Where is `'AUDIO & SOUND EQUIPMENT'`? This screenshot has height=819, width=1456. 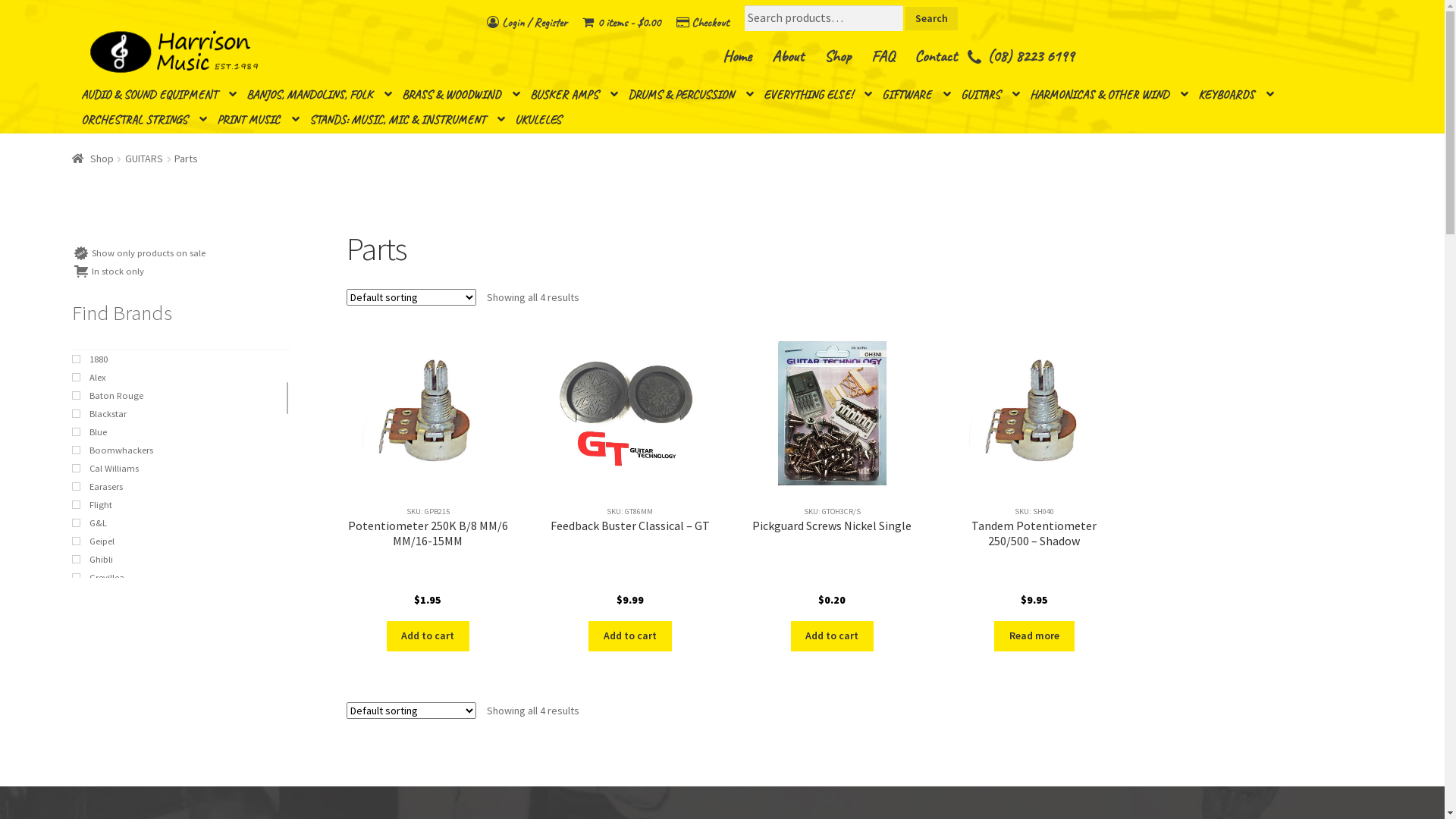 'AUDIO & SOUND EQUIPMENT' is located at coordinates (158, 95).